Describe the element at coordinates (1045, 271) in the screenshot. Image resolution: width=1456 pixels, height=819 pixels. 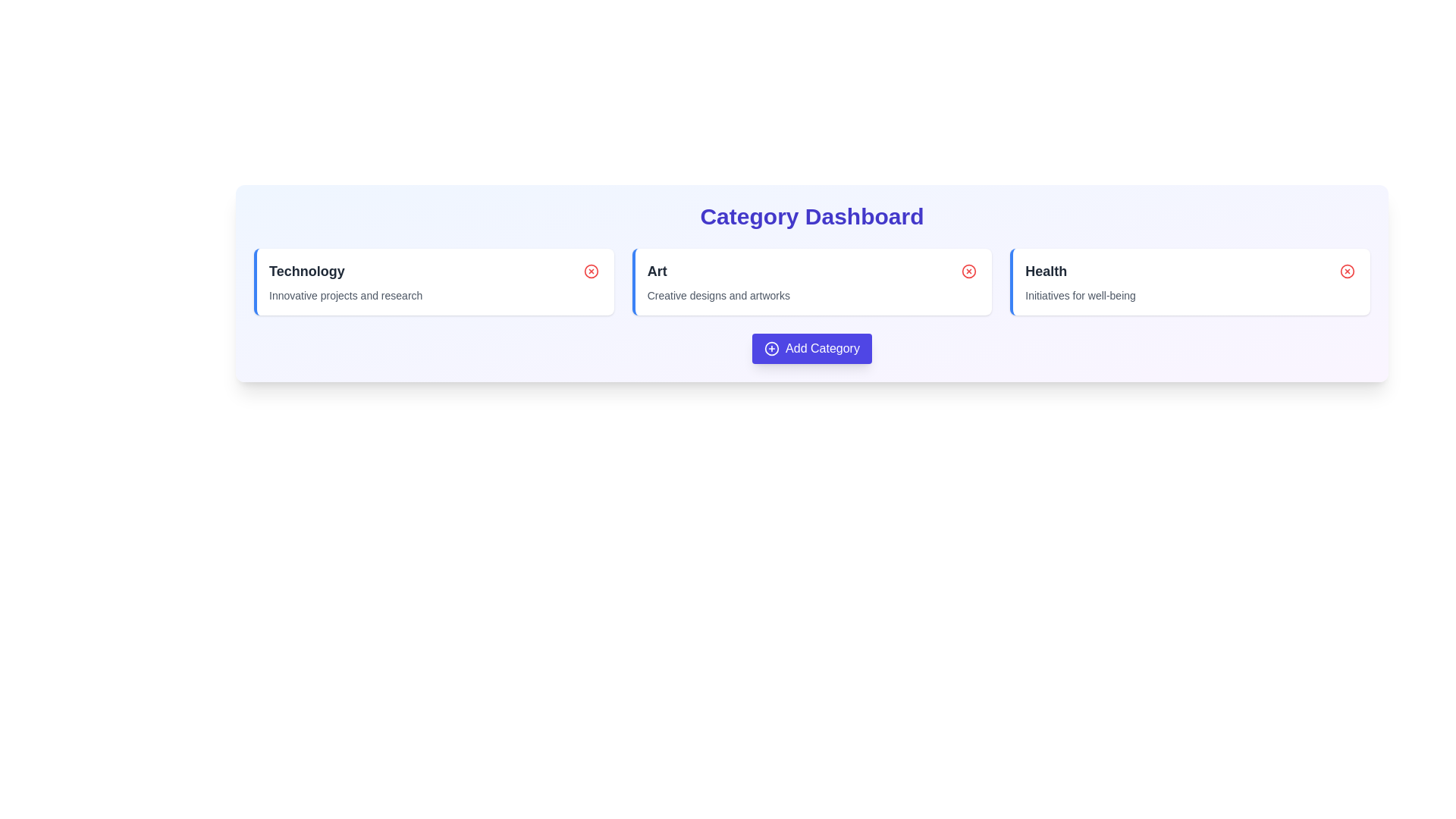
I see `the 'Health' text label in the rightmost card under 'Category Dashboard' if it has interactive functionality` at that location.